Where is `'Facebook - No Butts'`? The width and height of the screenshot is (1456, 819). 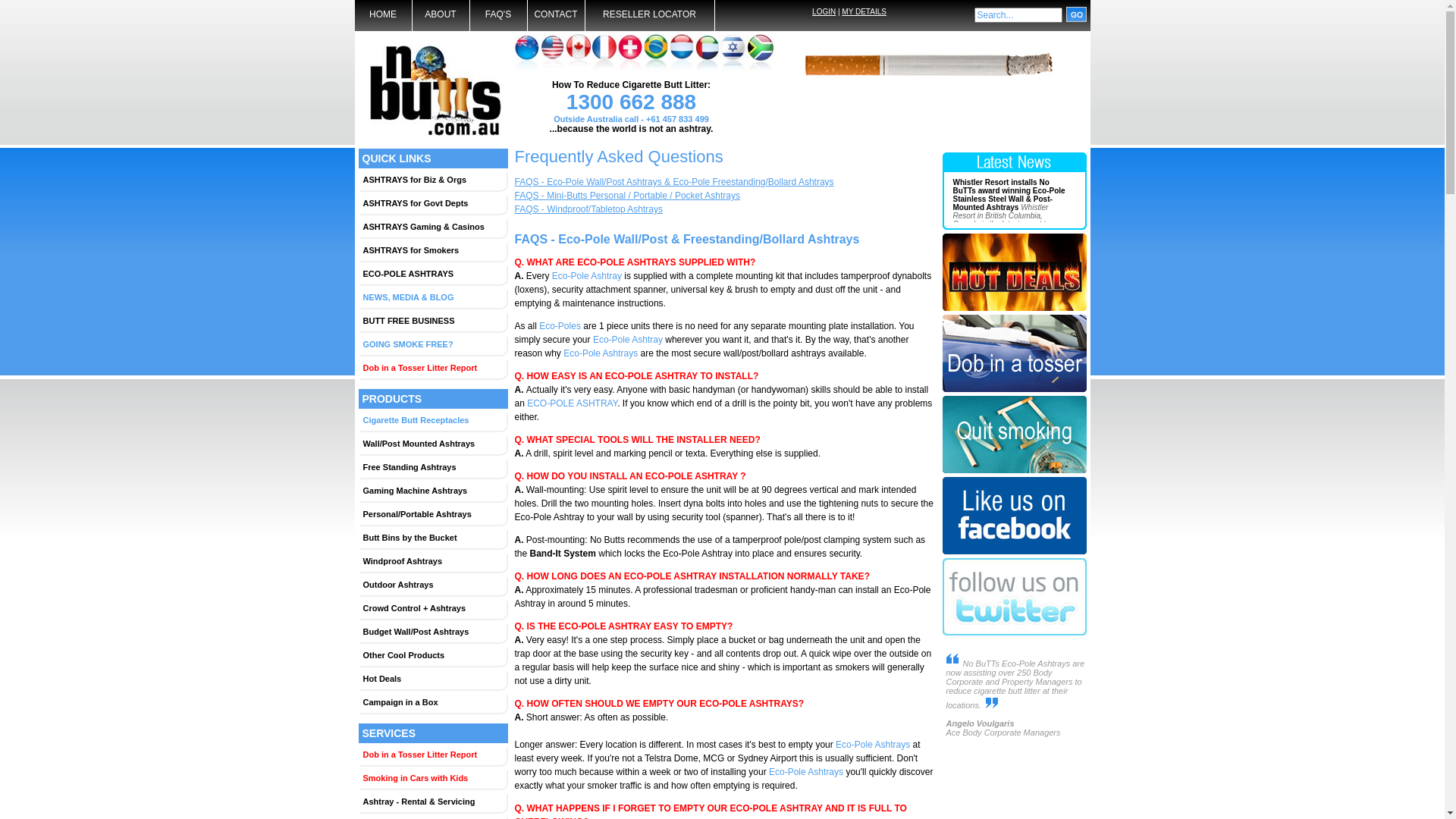
'Facebook - No Butts' is located at coordinates (1014, 555).